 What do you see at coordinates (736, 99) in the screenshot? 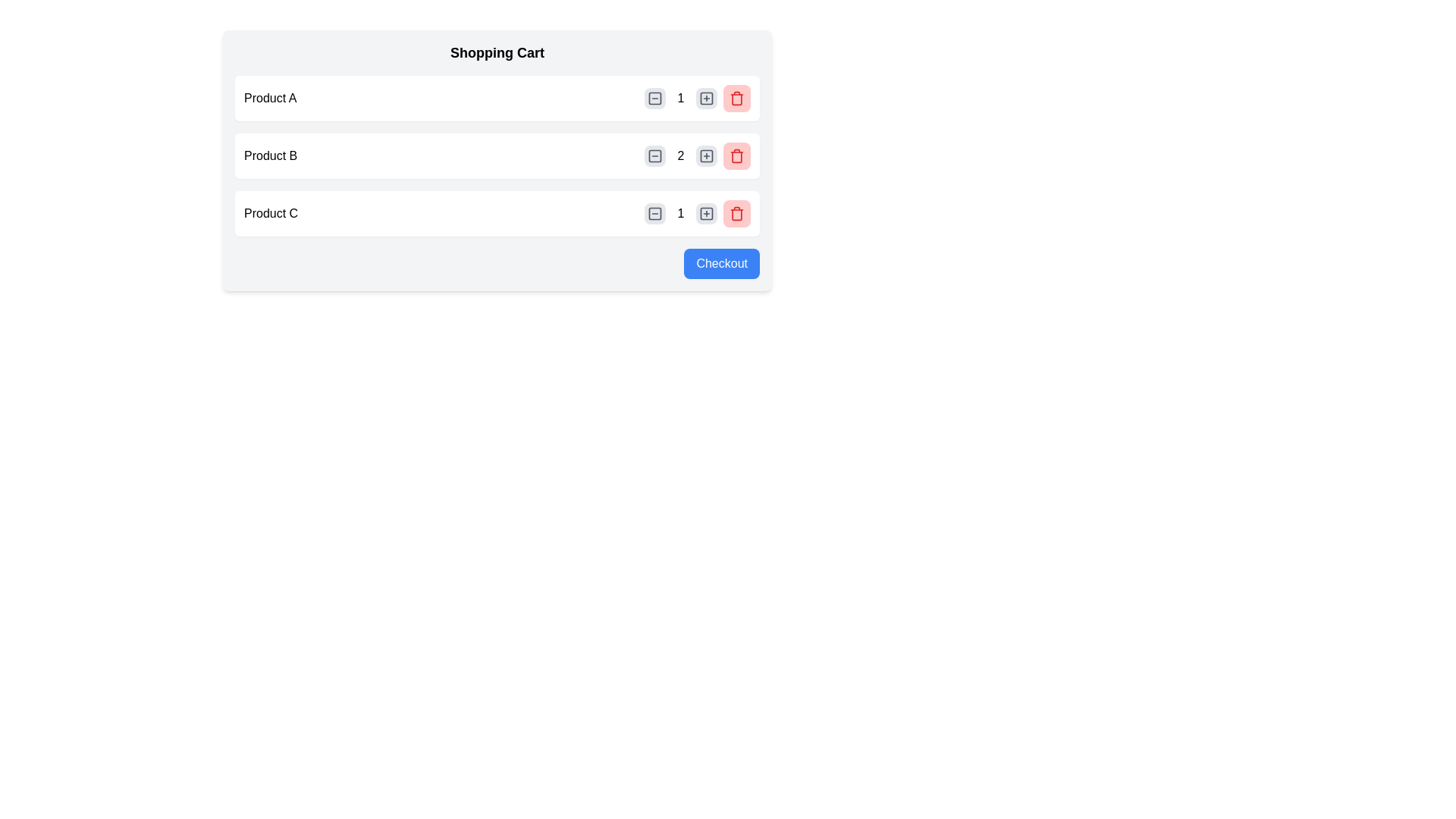
I see `the red circular button with a trash bin icon` at bounding box center [736, 99].